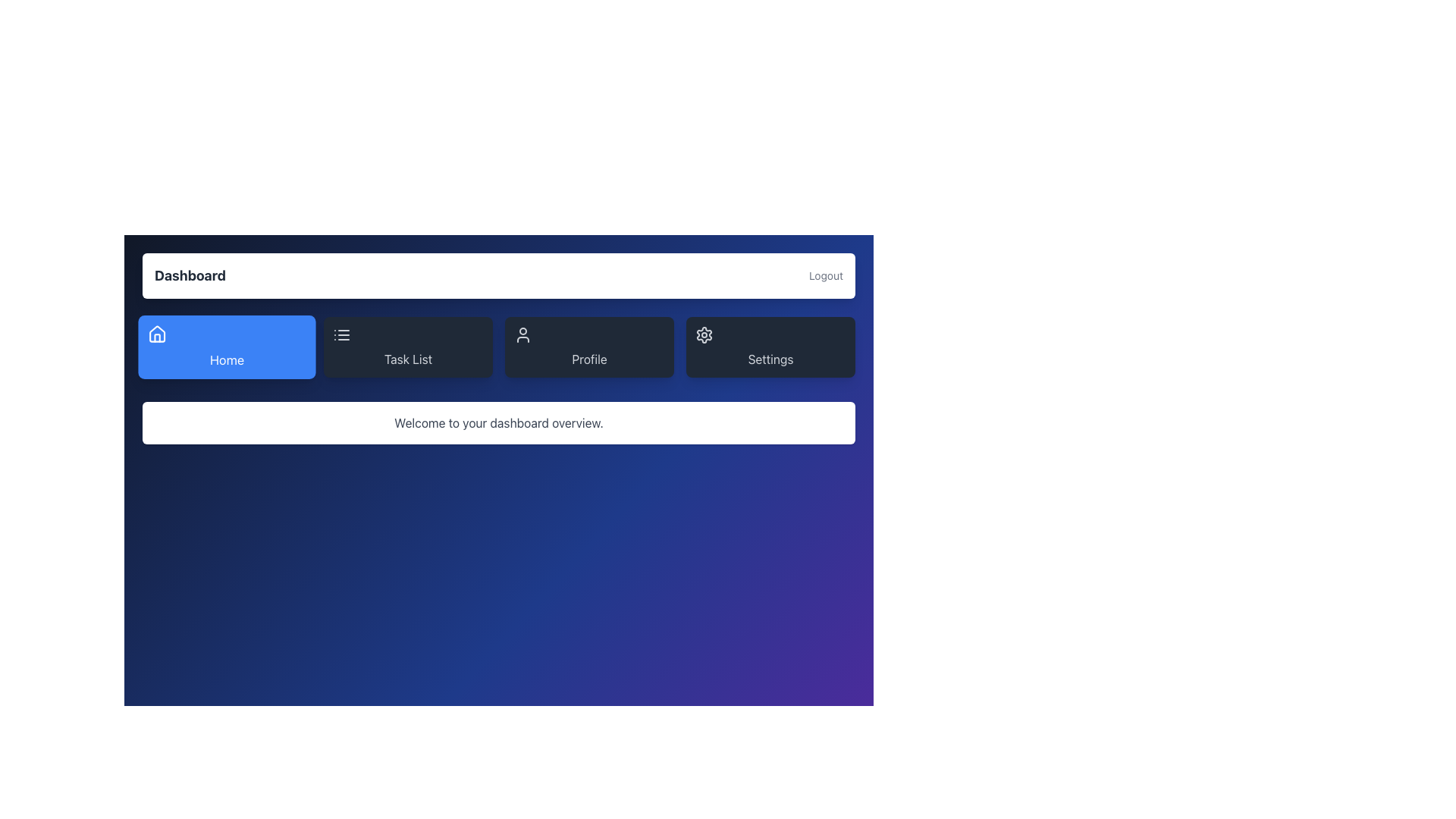  What do you see at coordinates (341, 334) in the screenshot?
I see `the icon resembling a list or menu, which is the second icon in the horizontal navigation bar below the header, located inside the 'Task List' button` at bounding box center [341, 334].